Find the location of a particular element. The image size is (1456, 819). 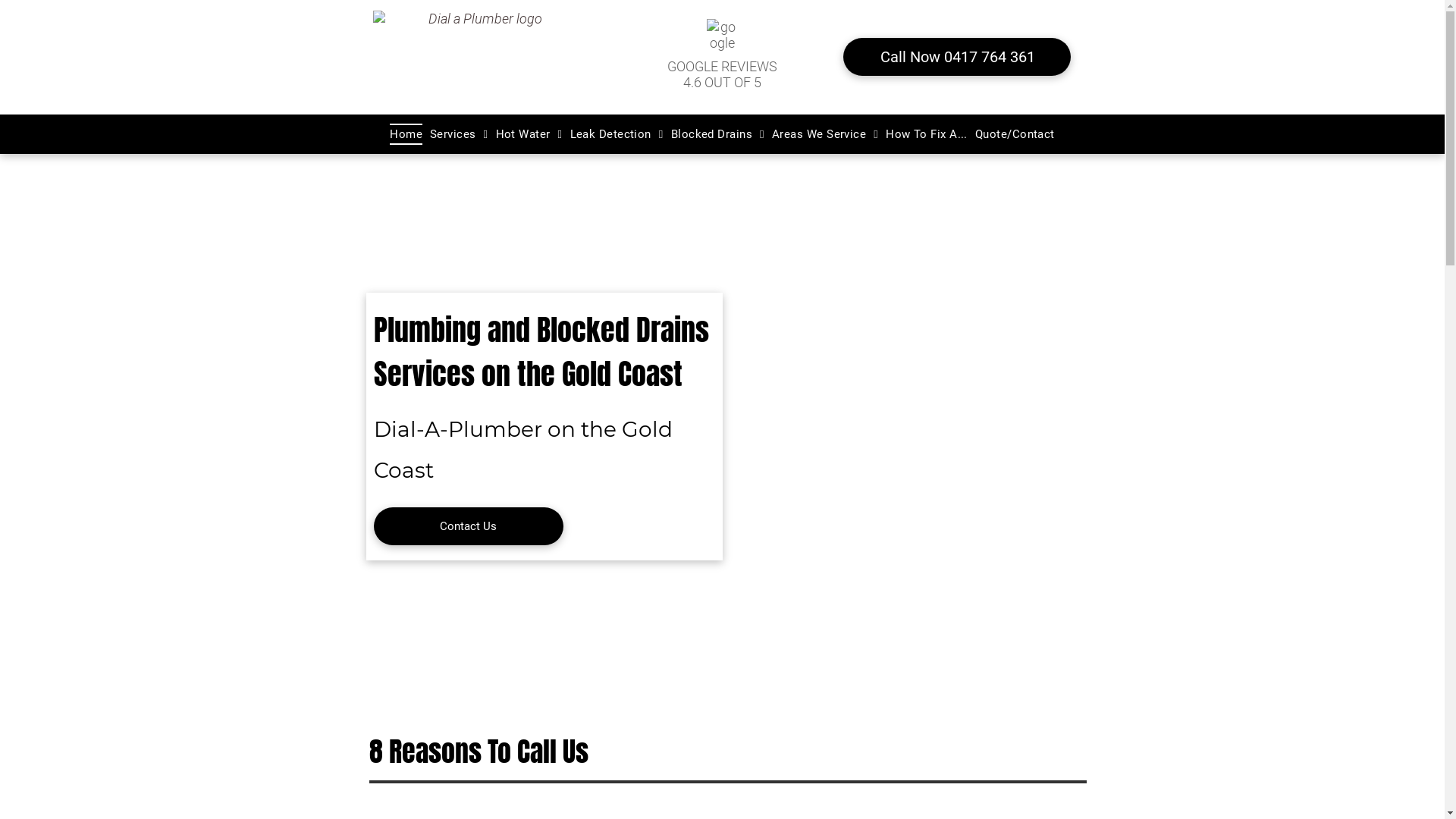

'Contact Us' is located at coordinates (467, 526).